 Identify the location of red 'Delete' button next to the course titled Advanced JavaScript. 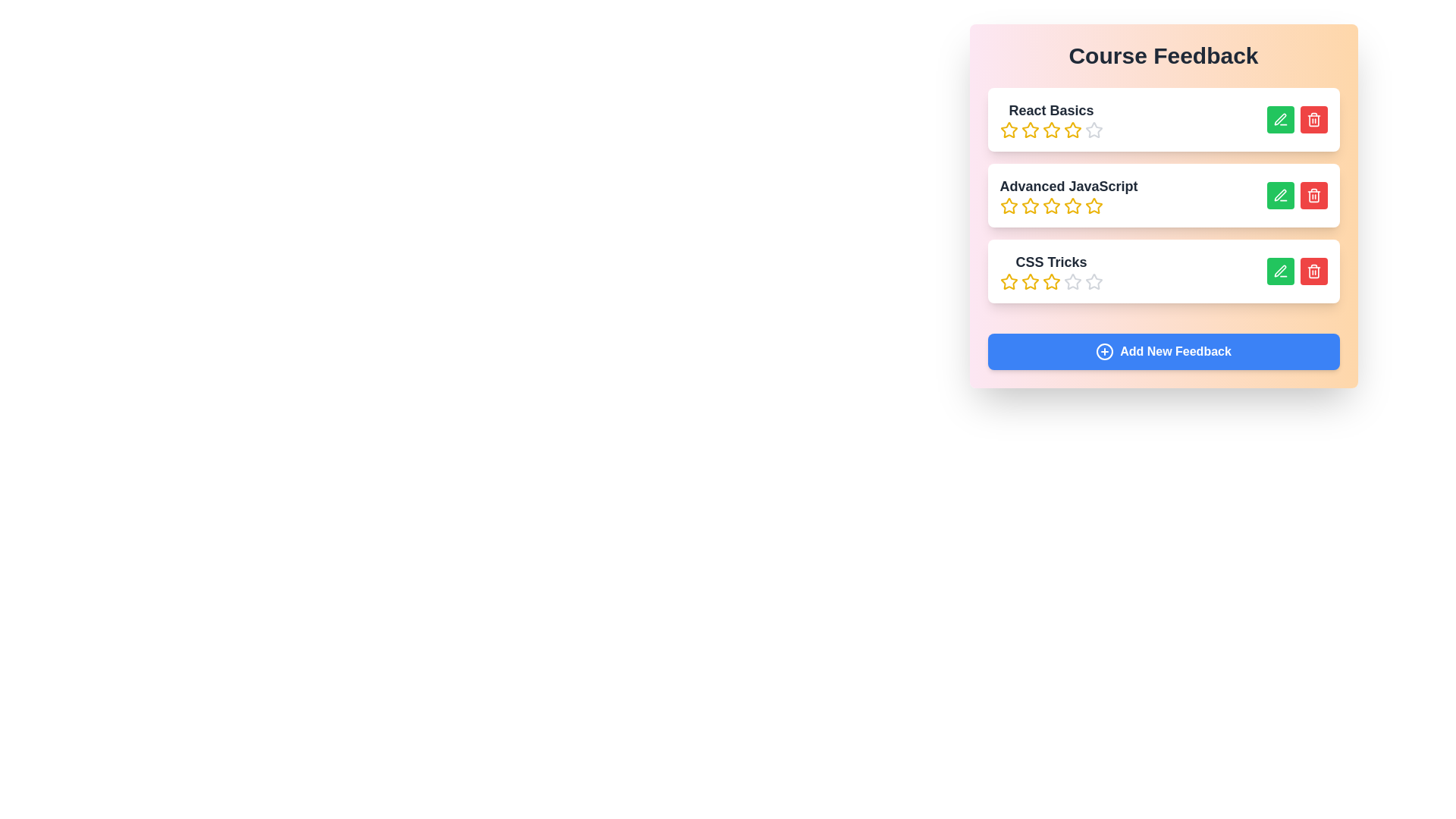
(1313, 195).